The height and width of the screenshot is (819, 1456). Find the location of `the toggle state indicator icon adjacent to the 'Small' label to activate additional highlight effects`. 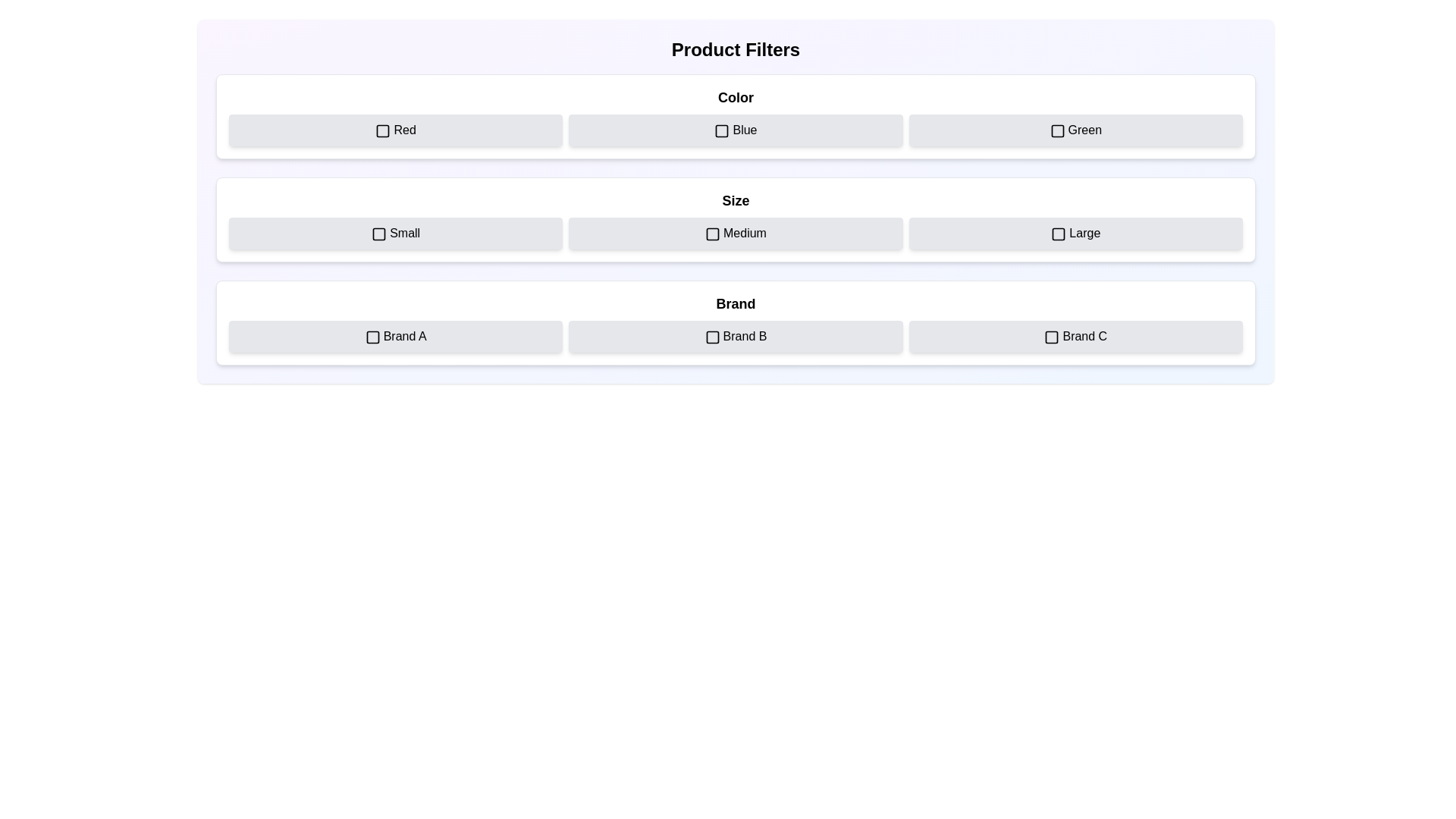

the toggle state indicator icon adjacent to the 'Small' label to activate additional highlight effects is located at coordinates (379, 234).